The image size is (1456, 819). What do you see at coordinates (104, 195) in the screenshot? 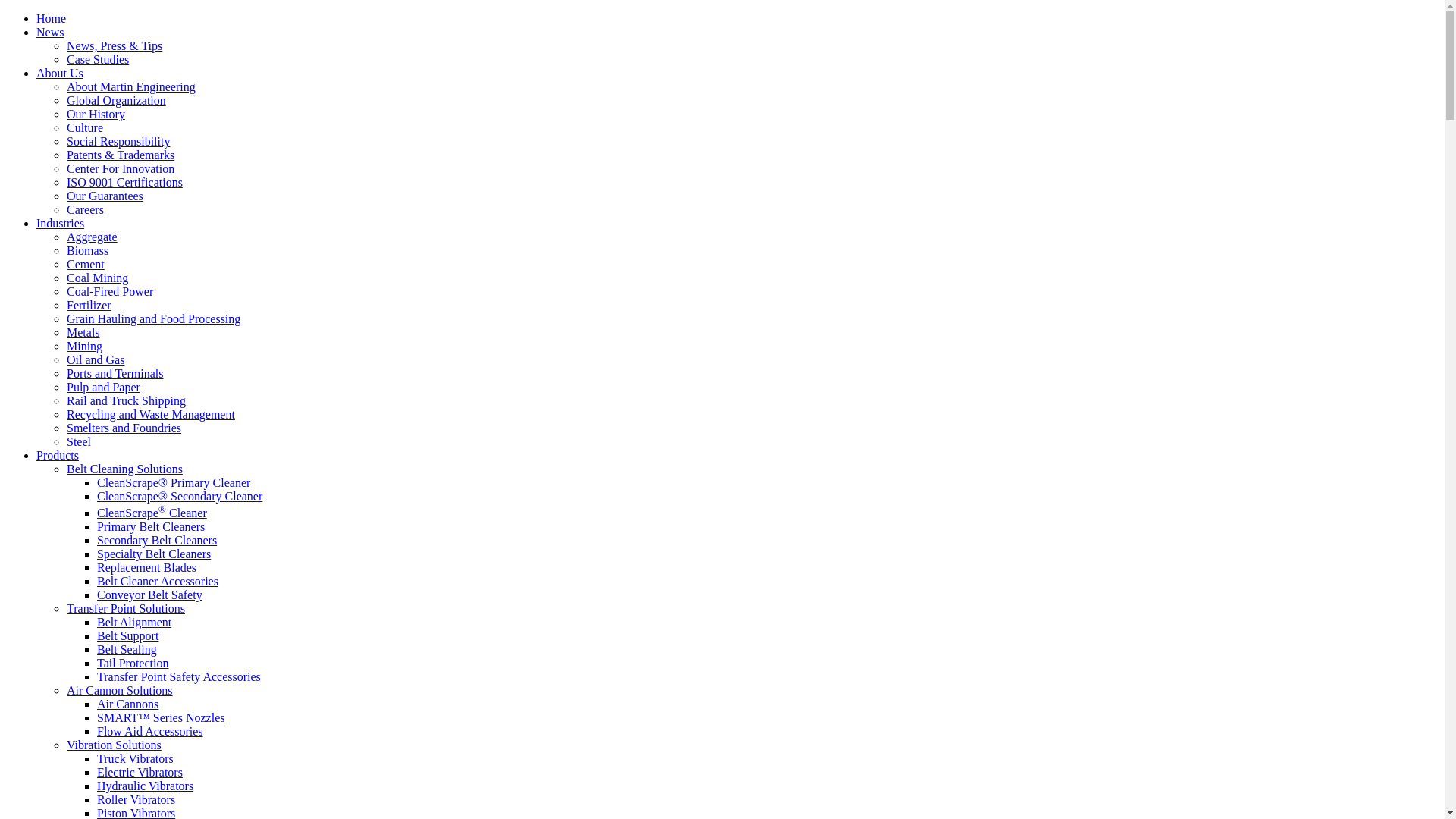
I see `'Our Guarantees'` at bounding box center [104, 195].